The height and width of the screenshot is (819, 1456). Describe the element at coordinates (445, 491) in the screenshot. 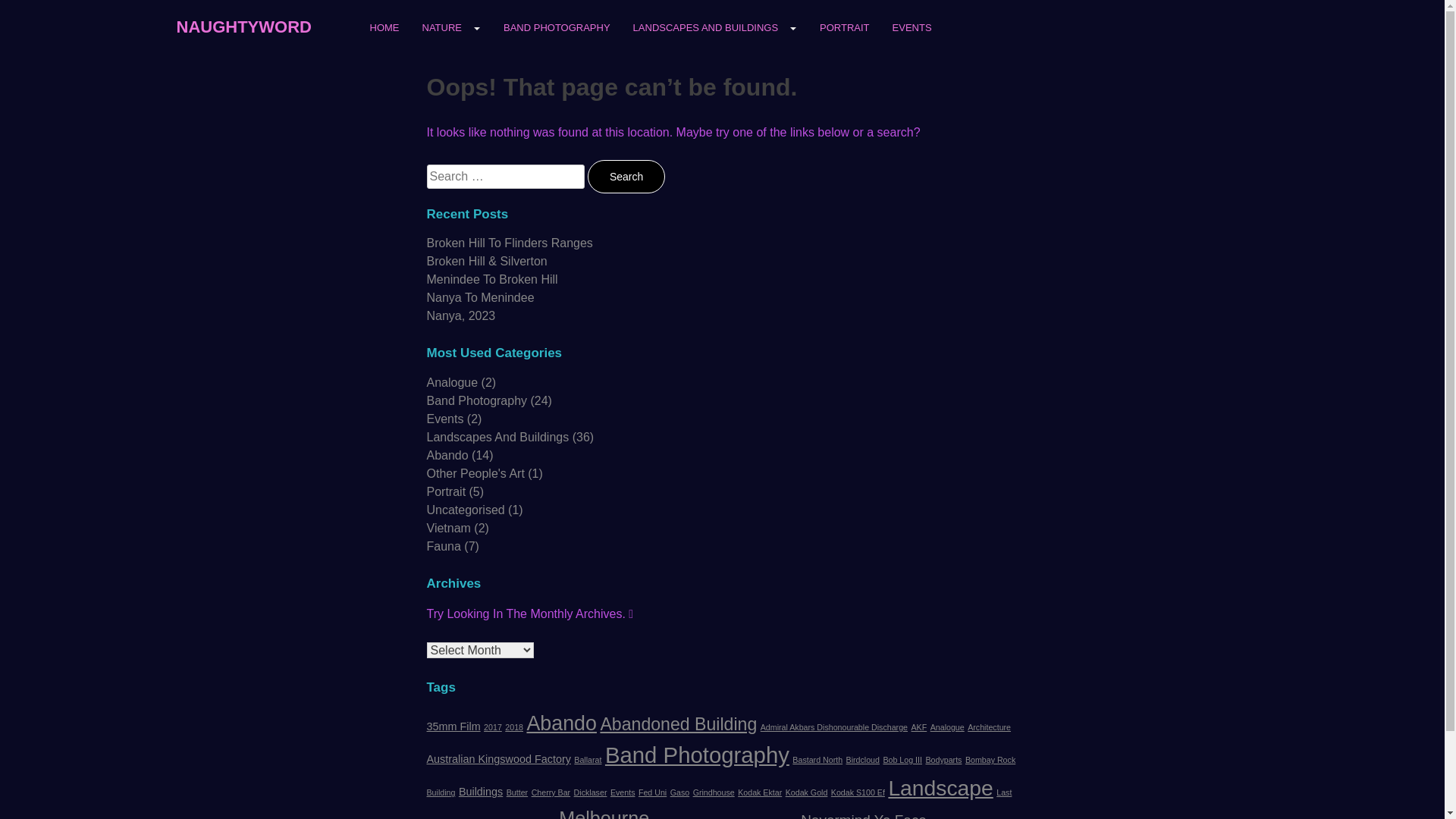

I see `'Portrait'` at that location.